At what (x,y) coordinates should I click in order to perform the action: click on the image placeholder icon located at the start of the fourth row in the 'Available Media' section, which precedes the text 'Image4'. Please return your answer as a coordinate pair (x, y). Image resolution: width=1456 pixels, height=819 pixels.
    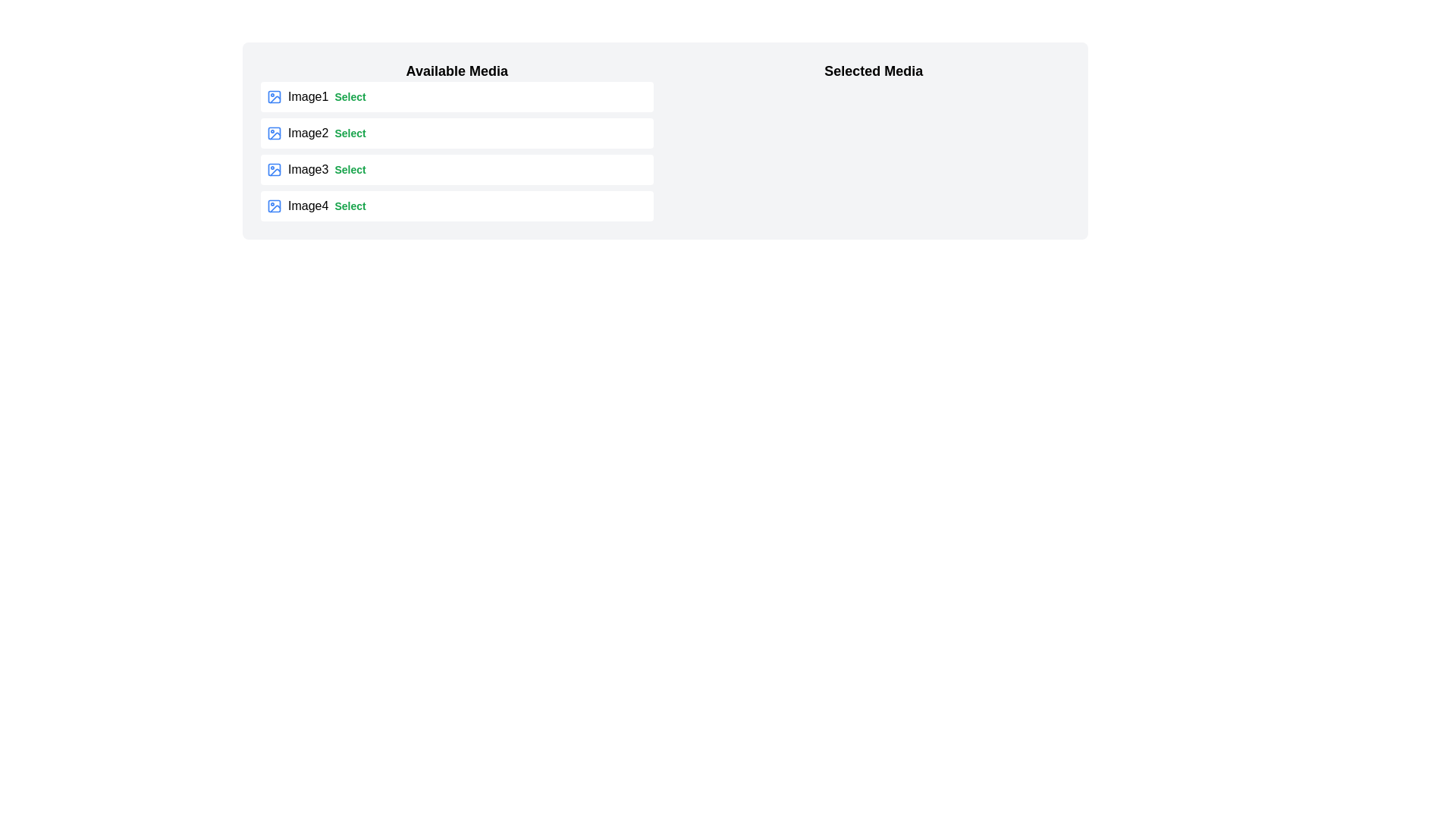
    Looking at the image, I should click on (274, 206).